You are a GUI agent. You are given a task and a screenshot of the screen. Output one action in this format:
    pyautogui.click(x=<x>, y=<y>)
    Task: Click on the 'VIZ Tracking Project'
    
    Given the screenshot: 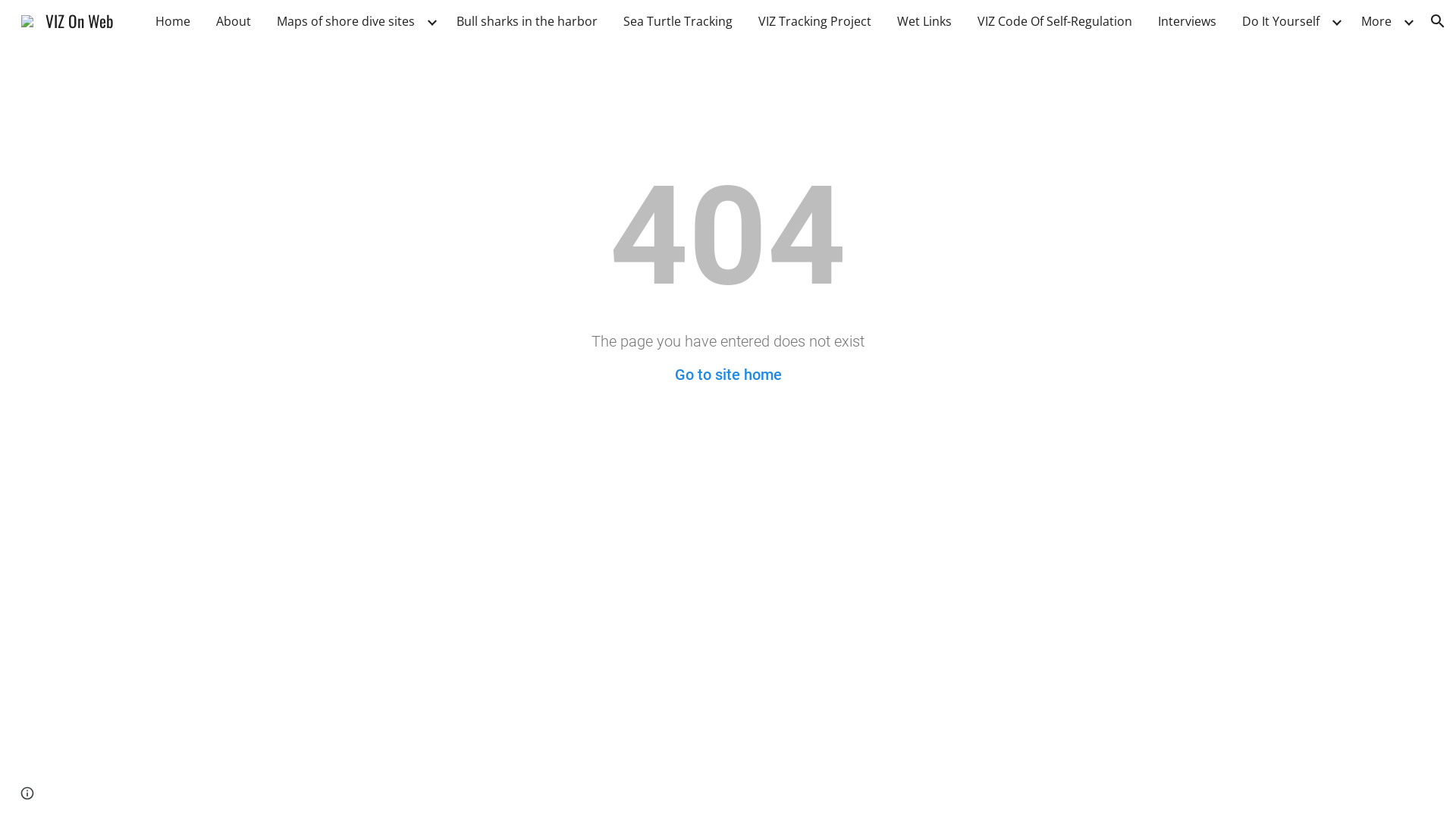 What is the action you would take?
    pyautogui.click(x=814, y=20)
    